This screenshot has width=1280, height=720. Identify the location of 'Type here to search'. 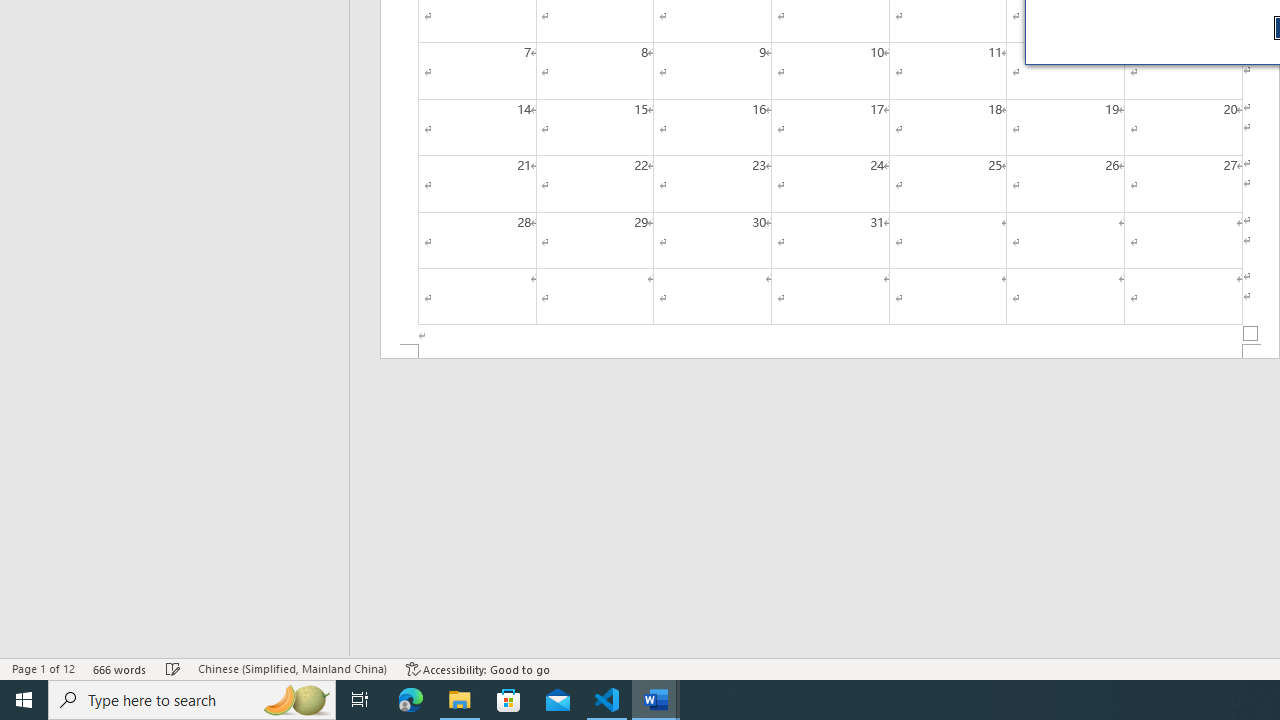
(192, 698).